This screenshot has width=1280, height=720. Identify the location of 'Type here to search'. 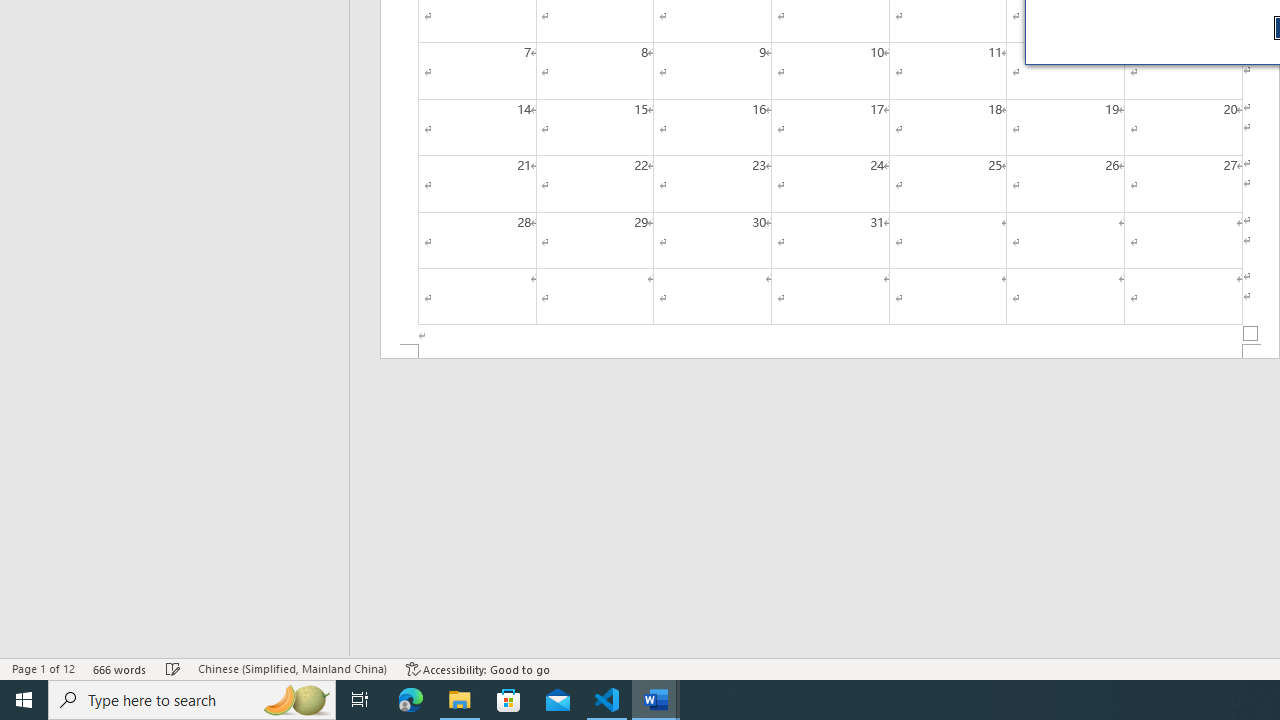
(192, 698).